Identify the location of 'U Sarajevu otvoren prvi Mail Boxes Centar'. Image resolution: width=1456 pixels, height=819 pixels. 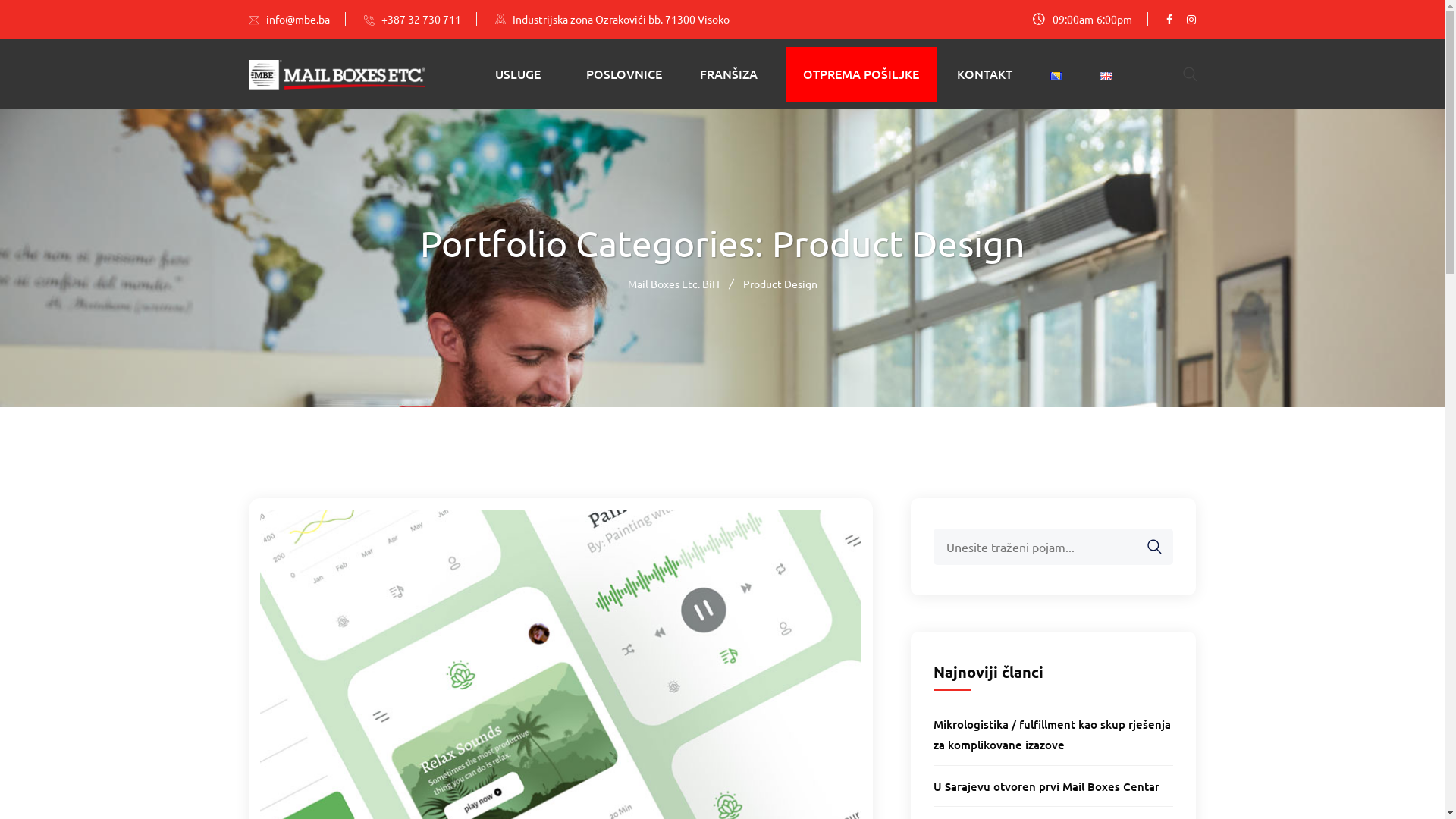
(1046, 786).